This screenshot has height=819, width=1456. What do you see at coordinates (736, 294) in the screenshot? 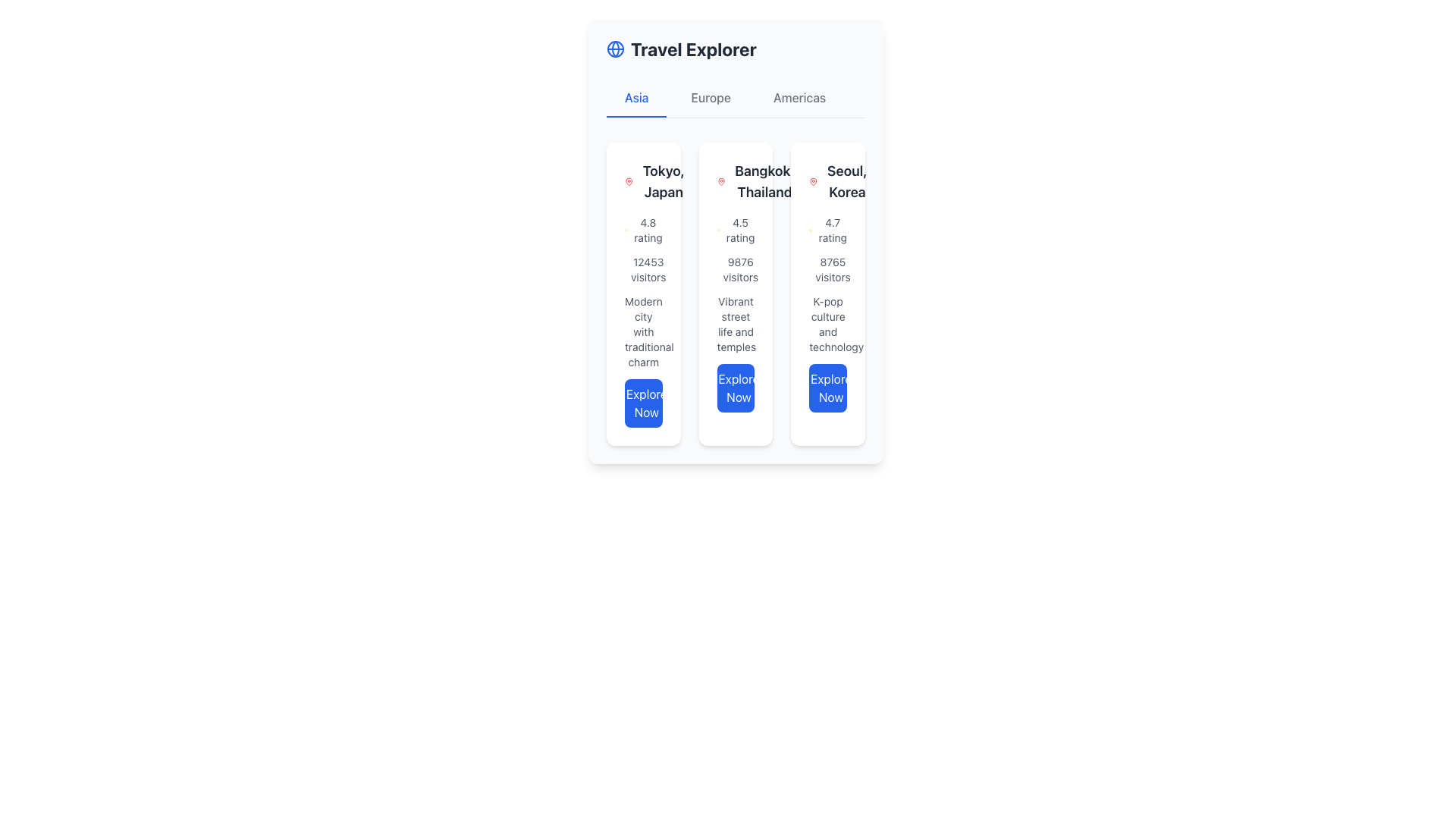
I see `textual information presented in the Card component advertising Bangkok, Thailand, which is the second panel in the grid layout of the Travel Explorer interface` at bounding box center [736, 294].